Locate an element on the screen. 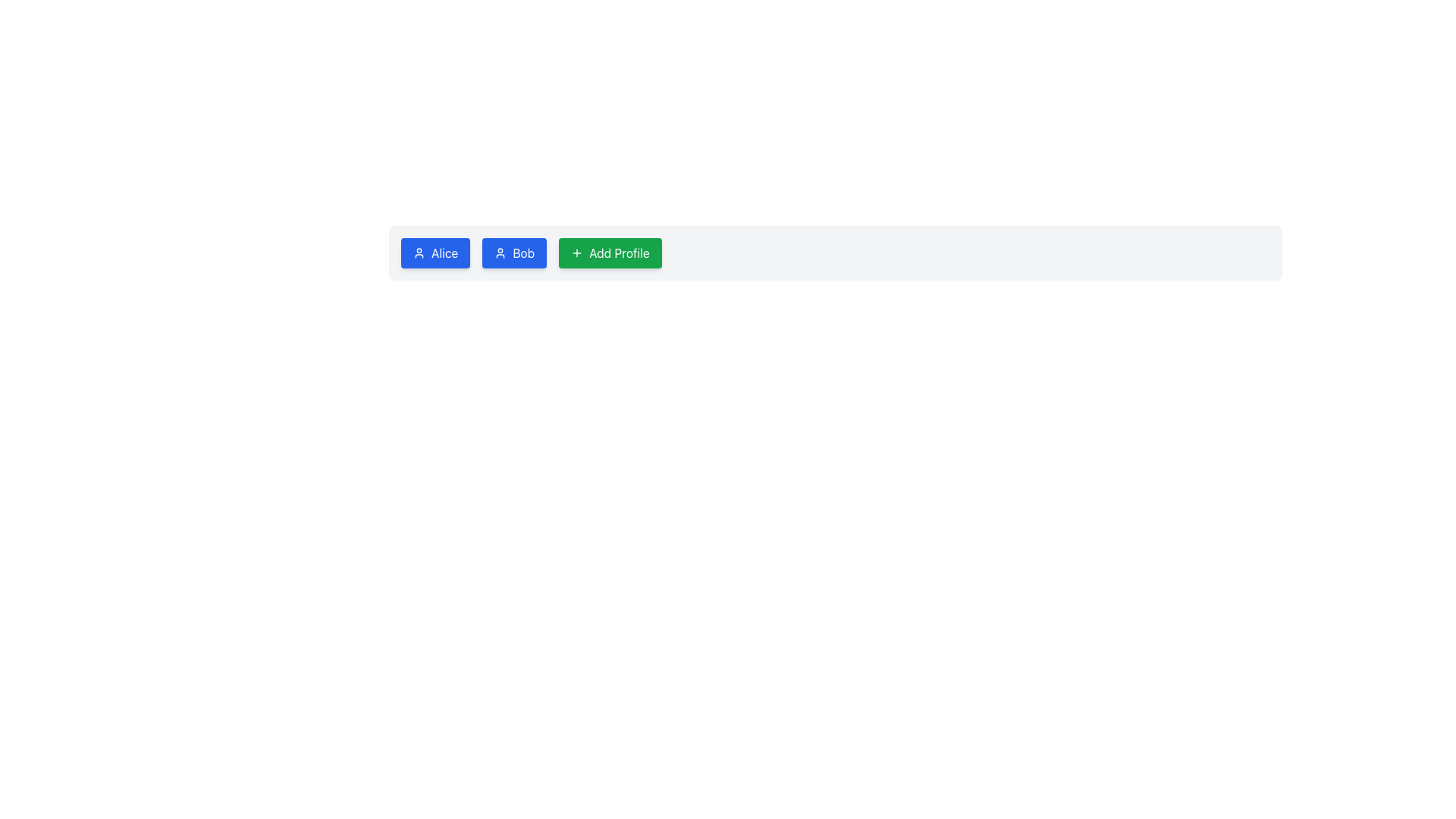 The height and width of the screenshot is (819, 1456). the graphic icon representing the 'Add Profile' function located at the top-right corner of the button with a green background is located at coordinates (576, 253).